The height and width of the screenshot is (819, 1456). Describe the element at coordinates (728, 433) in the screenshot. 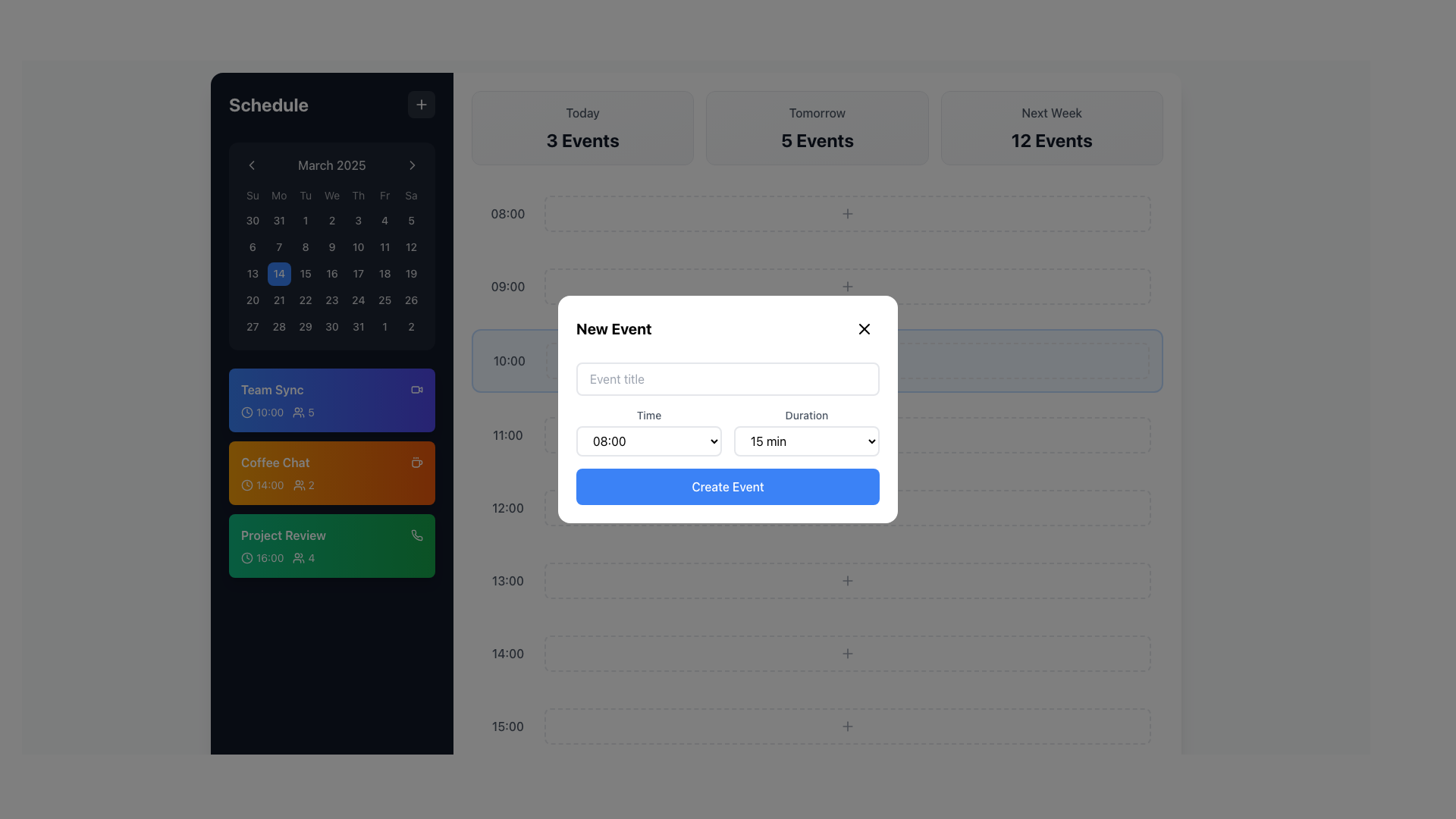

I see `an option from the dropdown menu in the 'New Event' form located at the center of the modal window` at that location.